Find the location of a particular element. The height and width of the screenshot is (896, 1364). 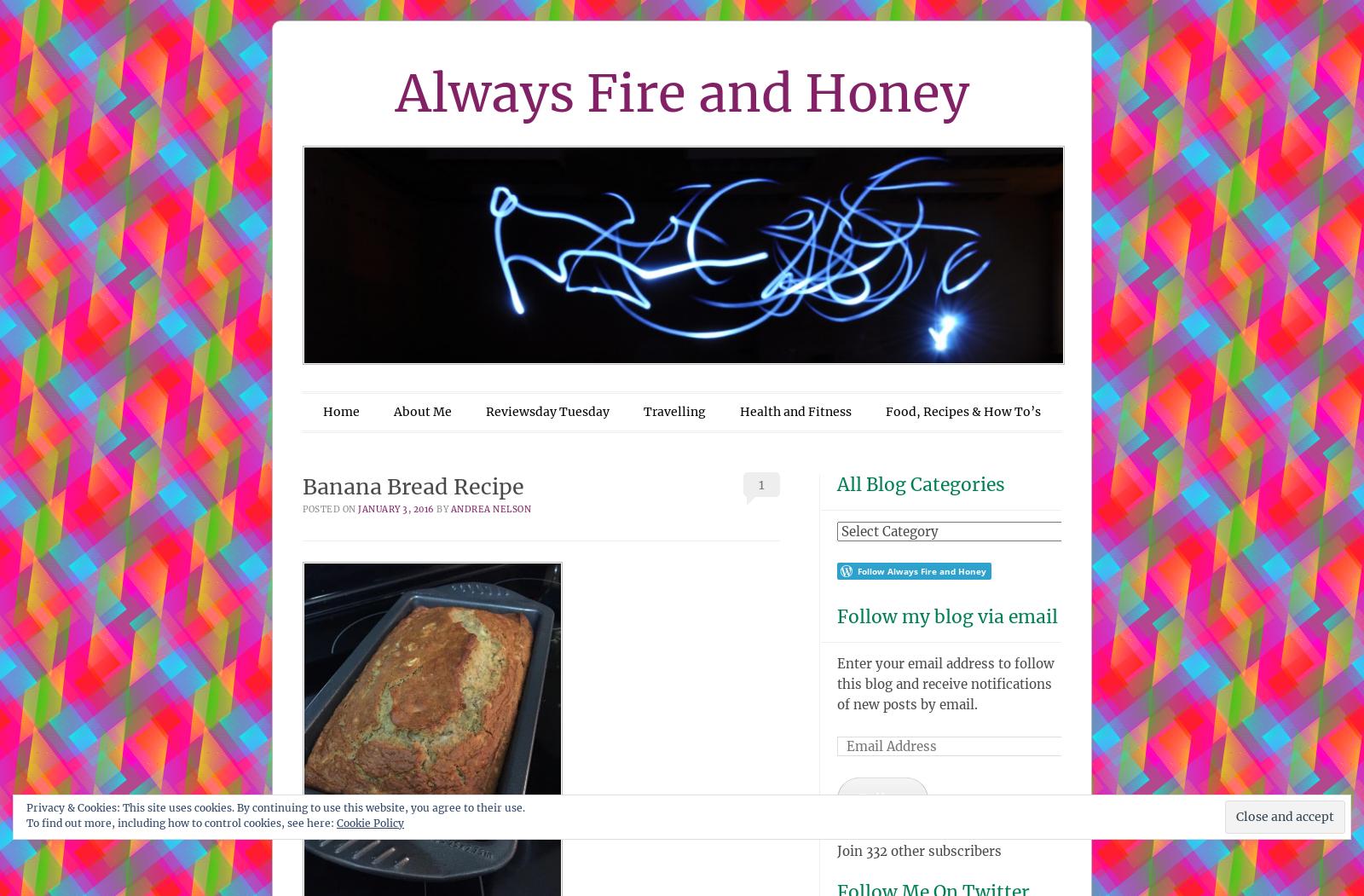

'Comment' is located at coordinates (1185, 829).